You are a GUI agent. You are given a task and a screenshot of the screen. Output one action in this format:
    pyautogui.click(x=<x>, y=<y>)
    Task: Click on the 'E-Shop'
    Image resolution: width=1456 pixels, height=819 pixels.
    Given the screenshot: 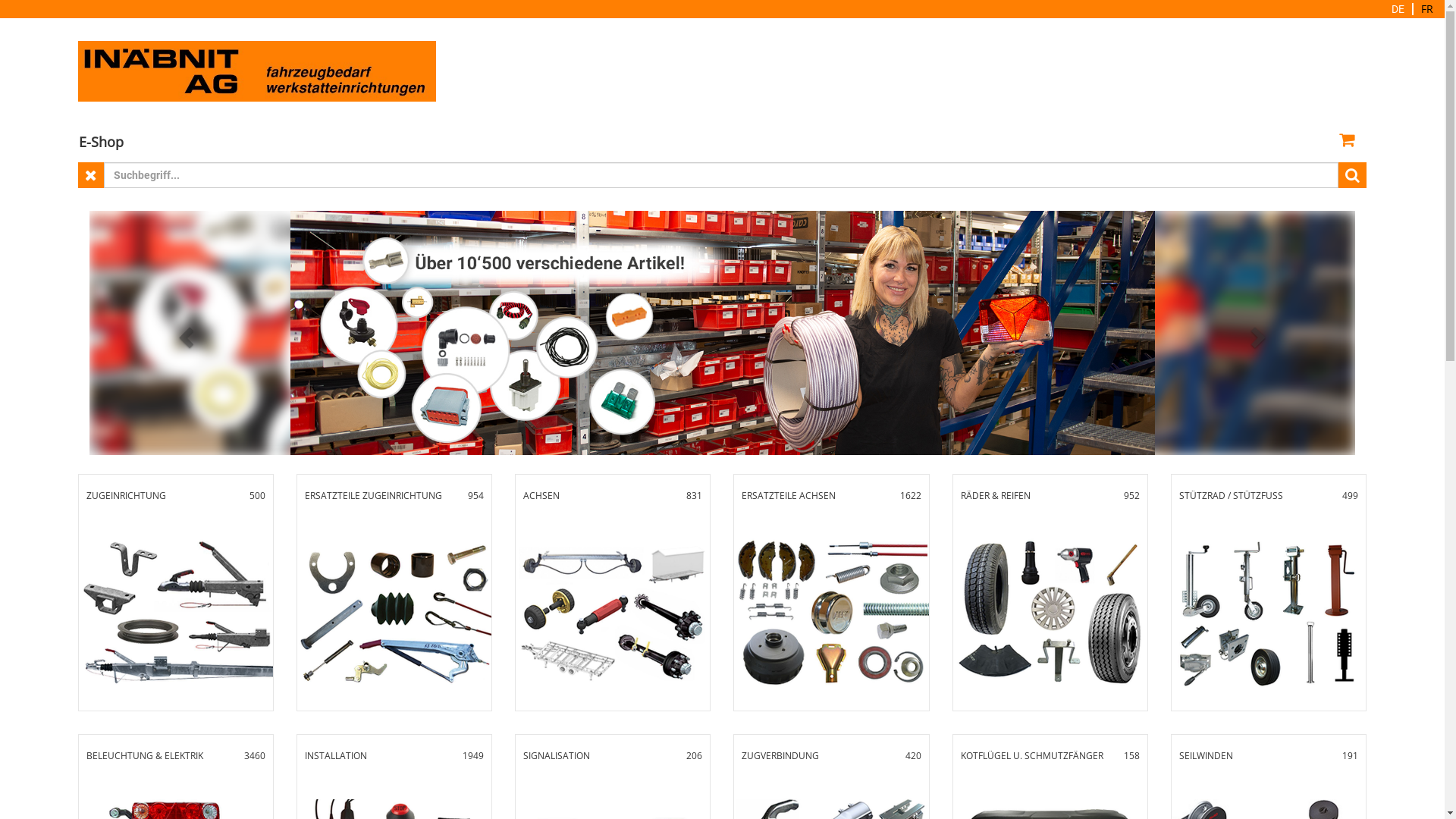 What is the action you would take?
    pyautogui.click(x=100, y=141)
    